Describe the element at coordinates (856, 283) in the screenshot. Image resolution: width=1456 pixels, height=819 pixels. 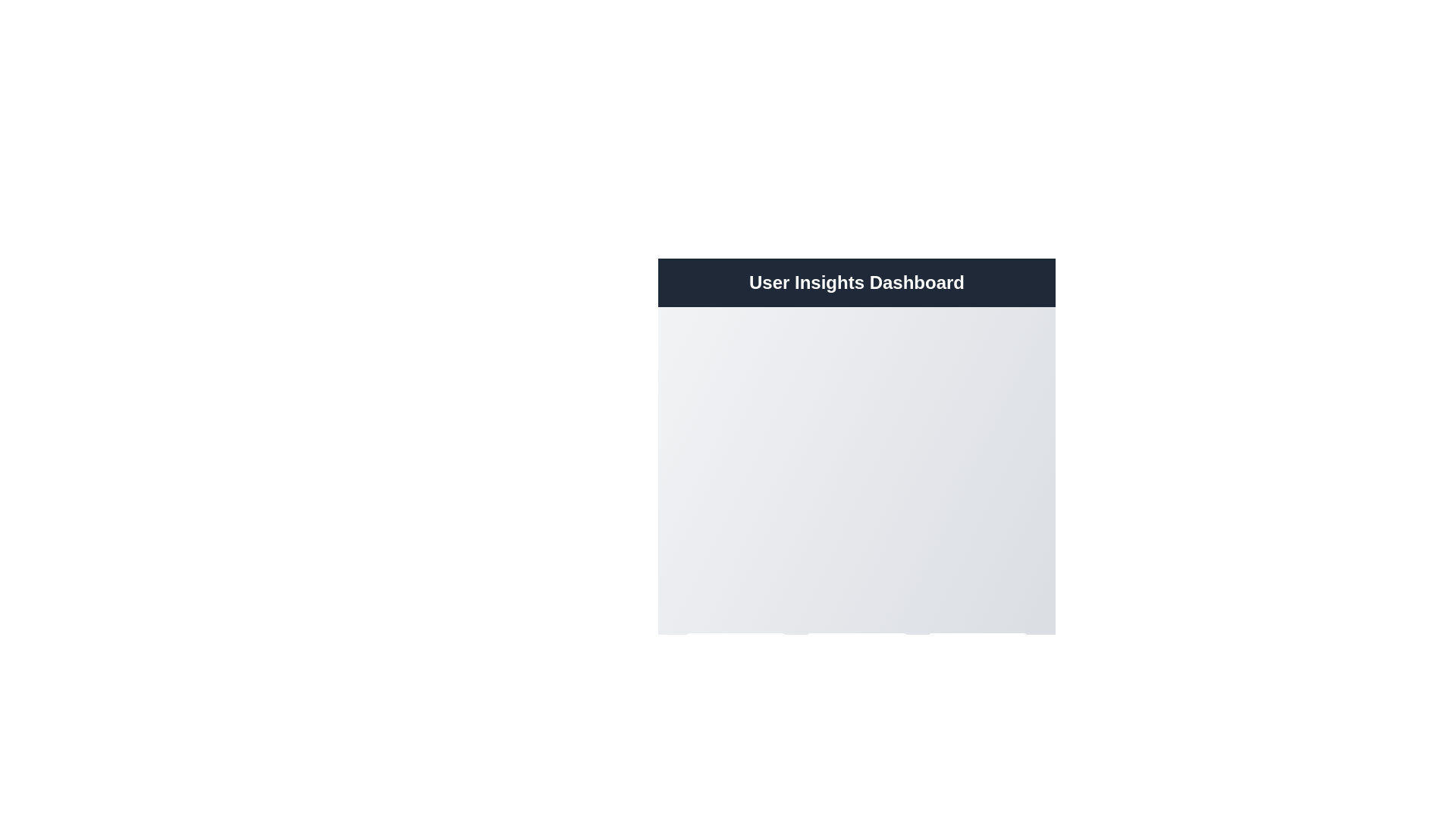
I see `the static text header 'User Insights Dashboard', which is prominently displayed in bold, large white font on a dark background at the top section of the interface` at that location.